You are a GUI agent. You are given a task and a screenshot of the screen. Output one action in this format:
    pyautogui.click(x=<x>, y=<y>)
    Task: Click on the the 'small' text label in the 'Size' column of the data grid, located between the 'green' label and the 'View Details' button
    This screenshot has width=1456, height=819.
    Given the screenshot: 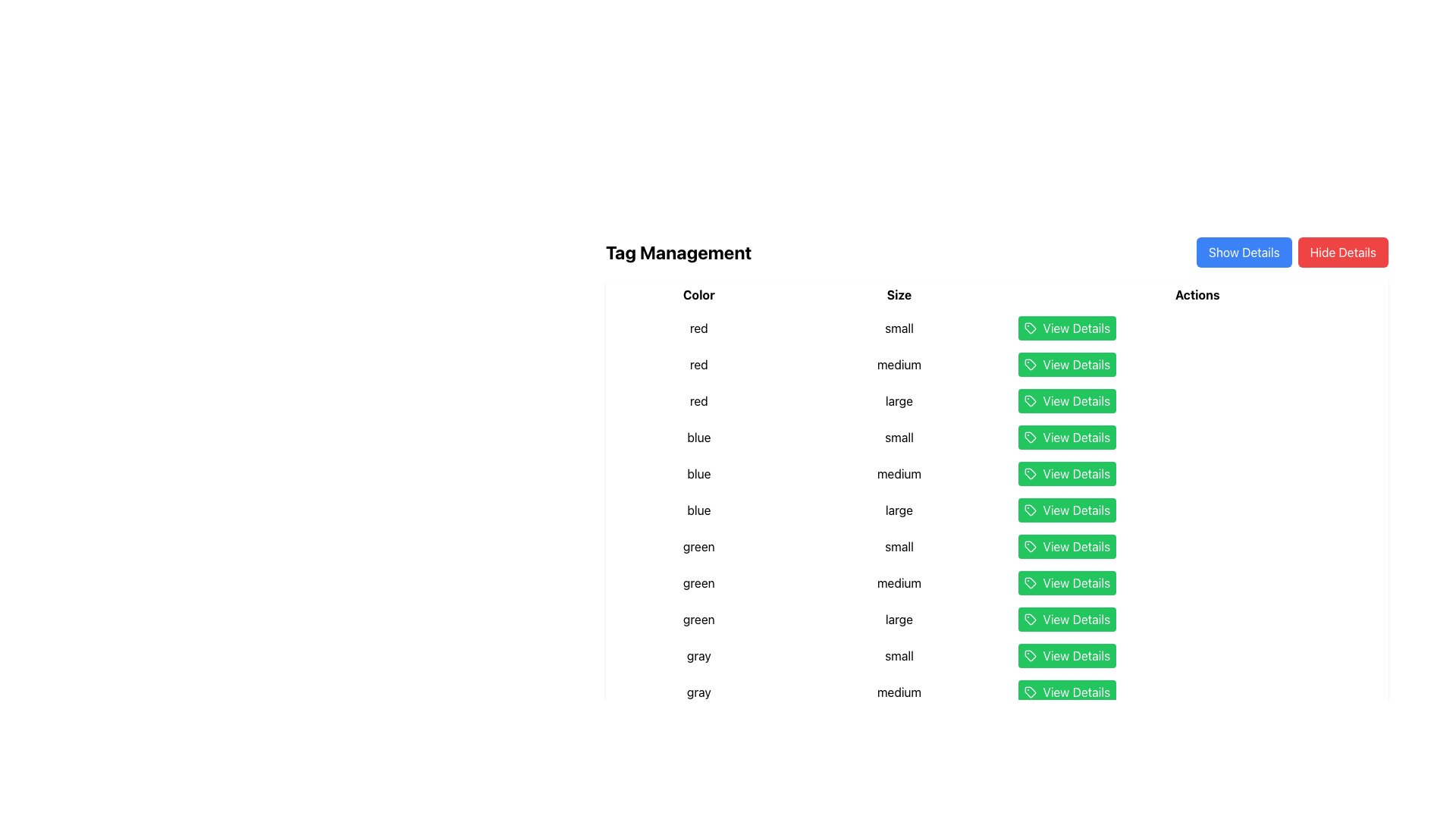 What is the action you would take?
    pyautogui.click(x=899, y=547)
    